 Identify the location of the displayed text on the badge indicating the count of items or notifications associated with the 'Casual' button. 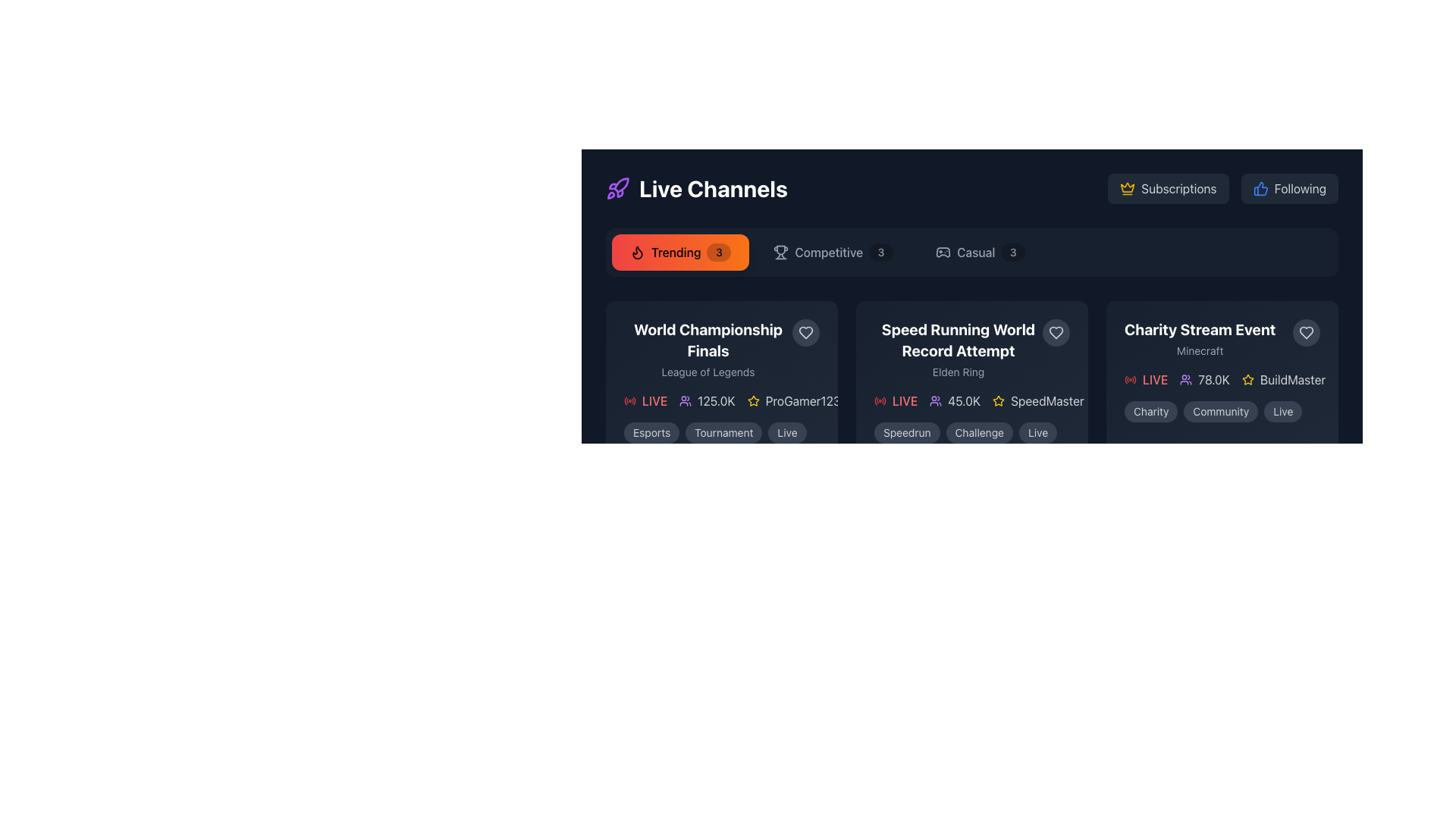
(1013, 251).